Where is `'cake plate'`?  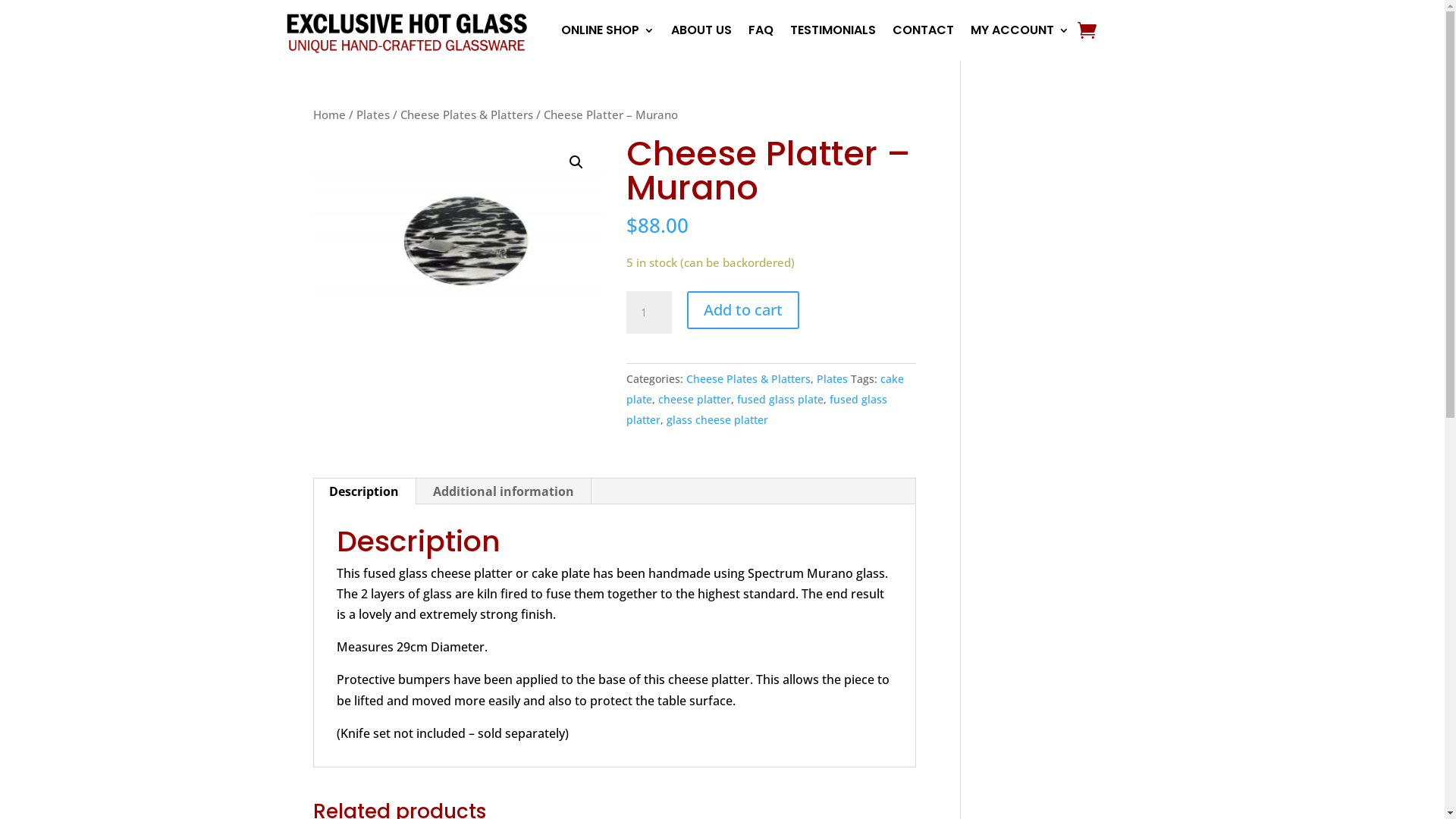 'cake plate' is located at coordinates (764, 388).